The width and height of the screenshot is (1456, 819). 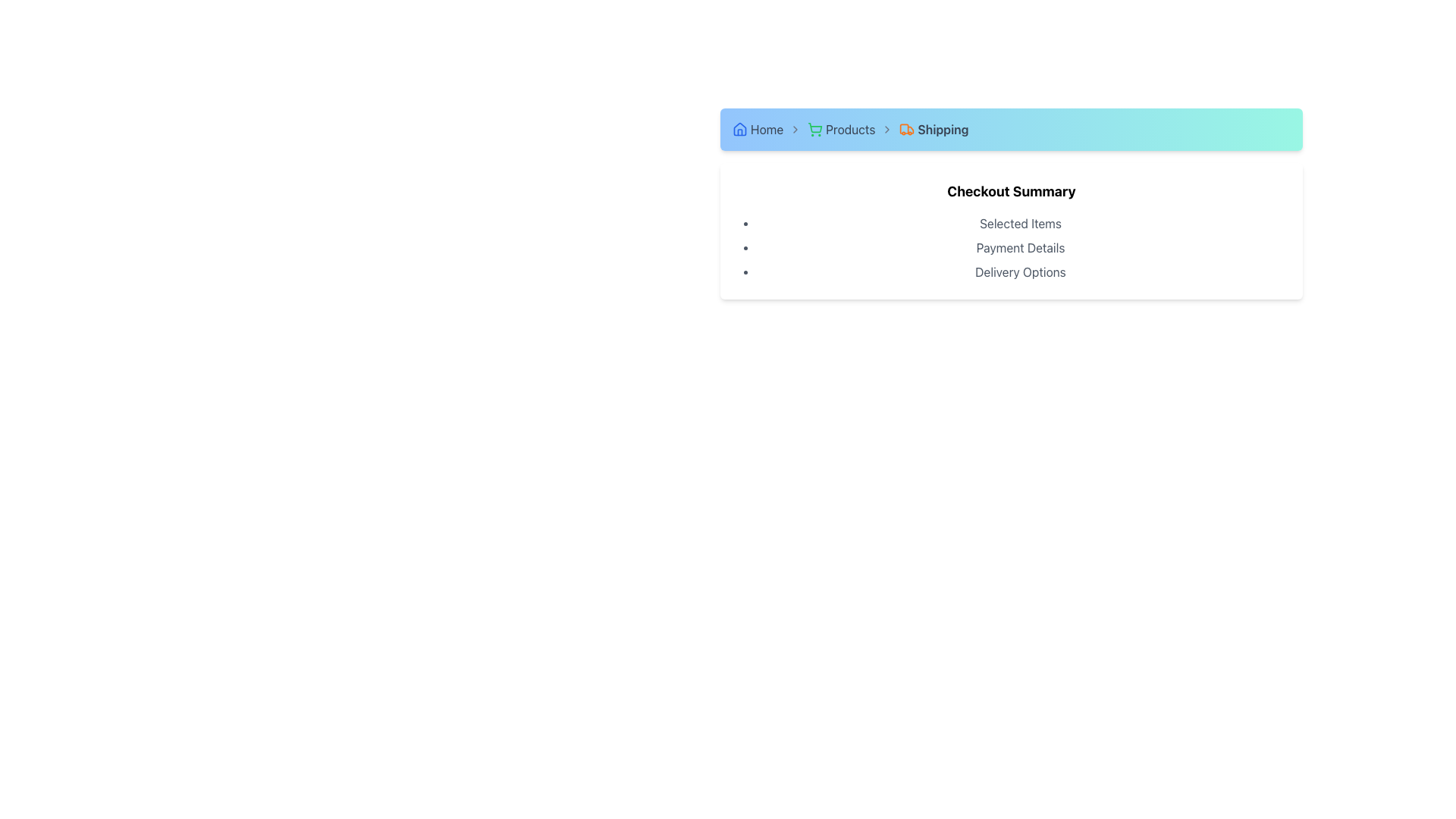 I want to click on the 'Home' label in the breadcrumb navigation bar, which is styled with a standard readable font and located between the home icon and the 'Products' text, so click(x=767, y=128).